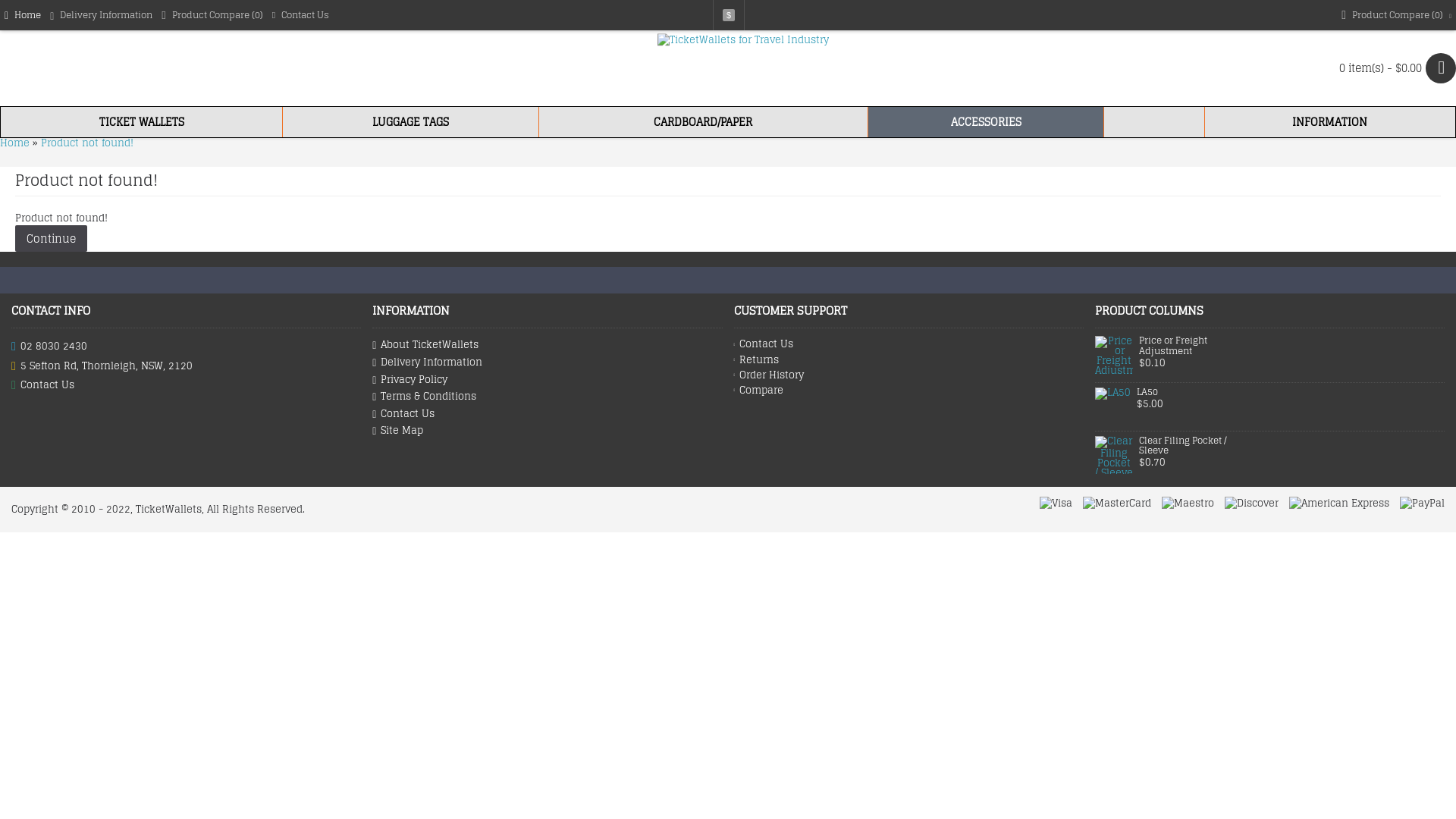  What do you see at coordinates (728, 14) in the screenshot?
I see `'$'` at bounding box center [728, 14].